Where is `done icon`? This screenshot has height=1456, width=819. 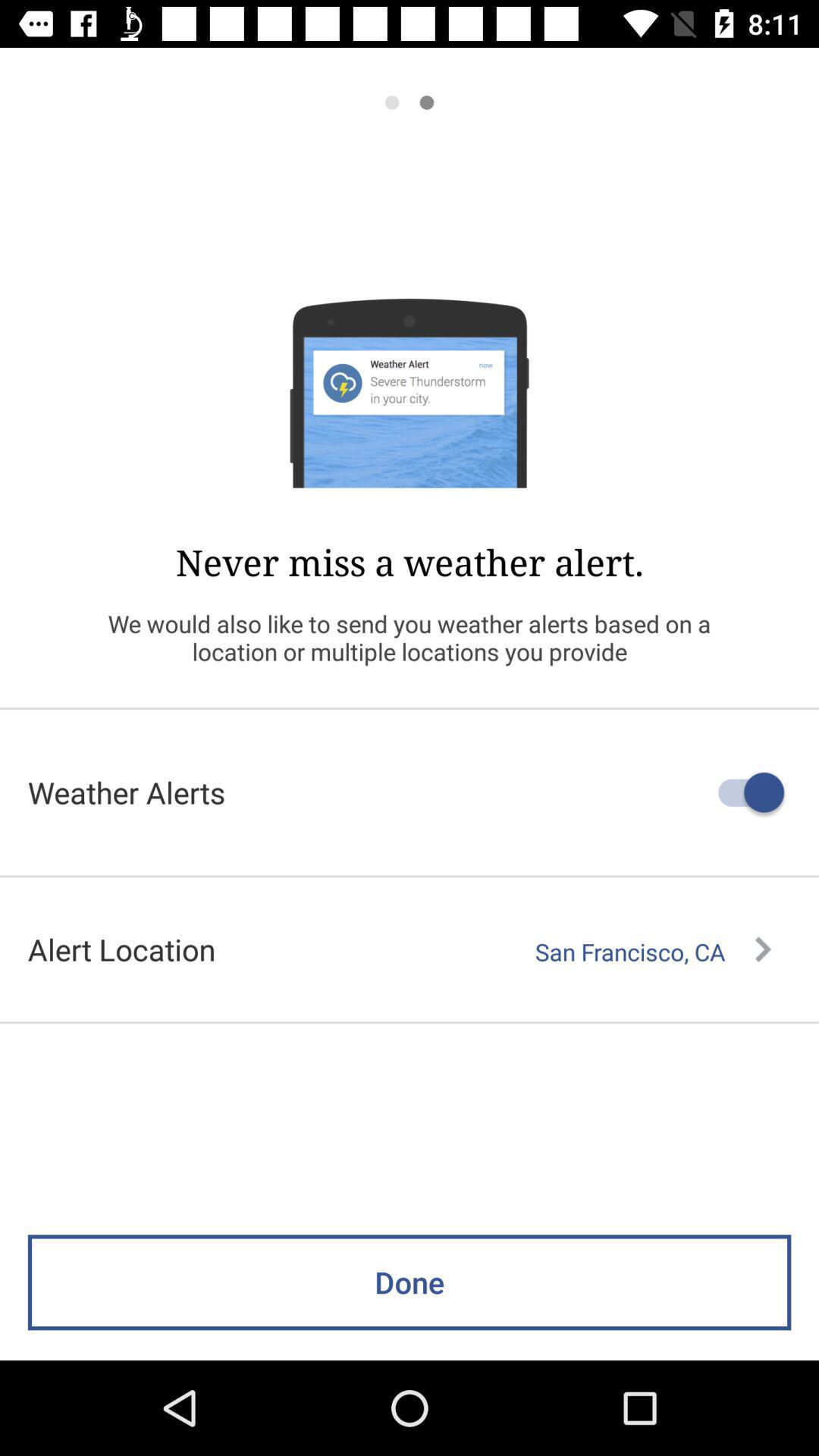 done icon is located at coordinates (409, 1282).